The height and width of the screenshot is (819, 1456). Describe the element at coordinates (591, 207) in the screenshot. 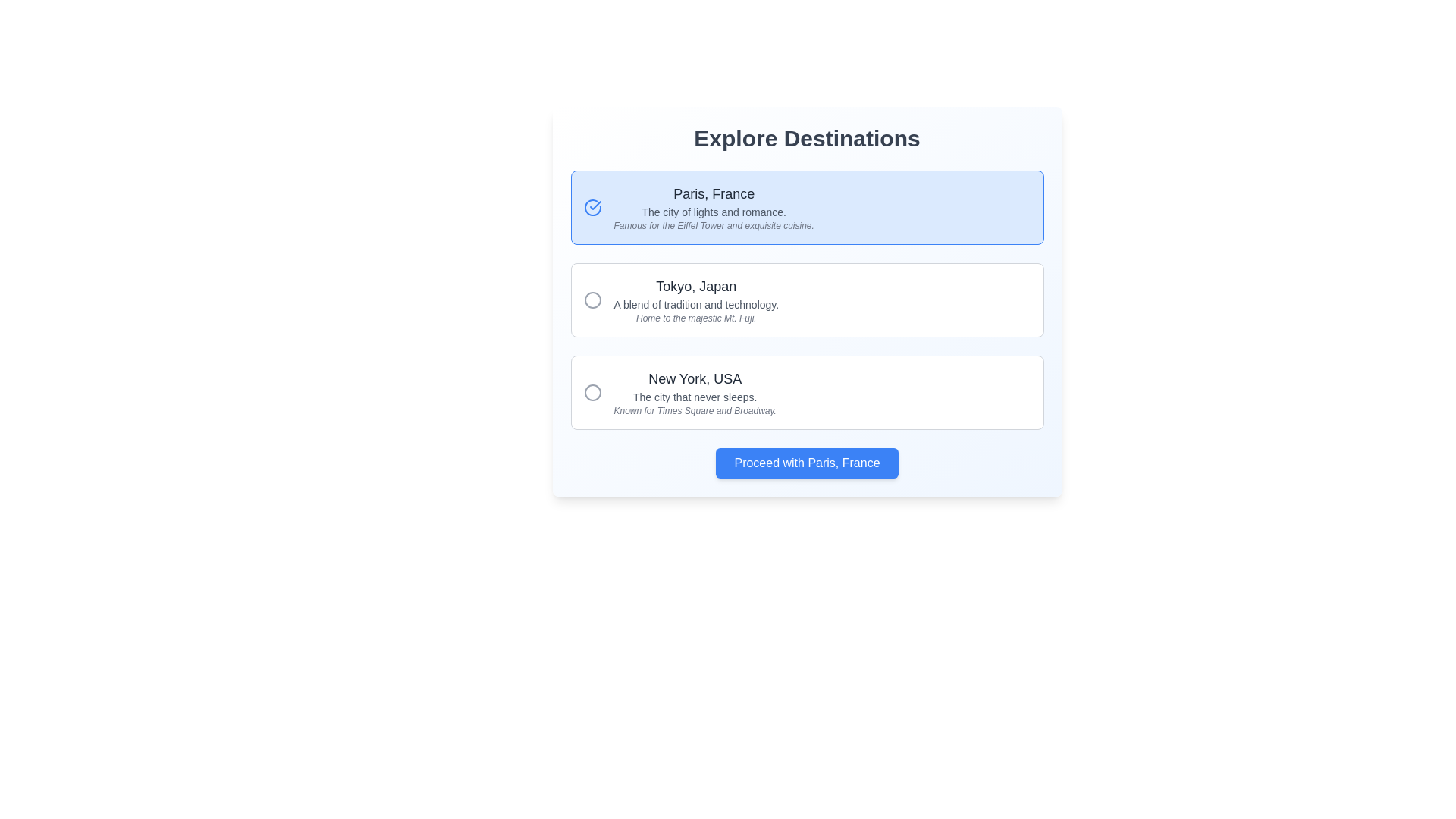

I see `the blue circular icon with a check mark, located to the left of the text block 'Paris, France'` at that location.